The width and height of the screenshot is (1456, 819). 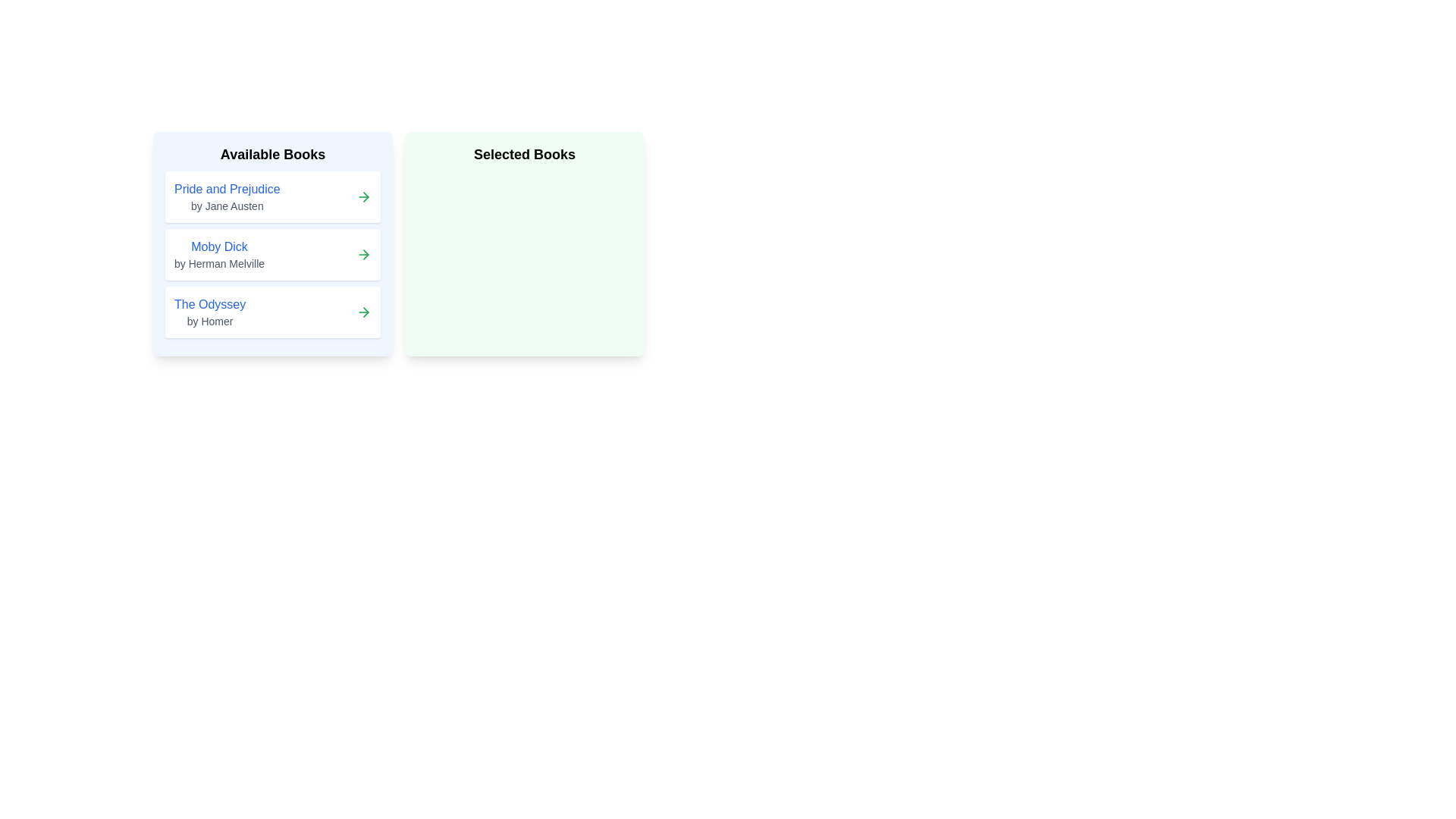 What do you see at coordinates (209, 304) in the screenshot?
I see `book title label for 'The Odyssey', which is the third entry in the 'Available Books' list, positioned below 'Moby Dick' and above the 'by Homer' subtitle` at bounding box center [209, 304].